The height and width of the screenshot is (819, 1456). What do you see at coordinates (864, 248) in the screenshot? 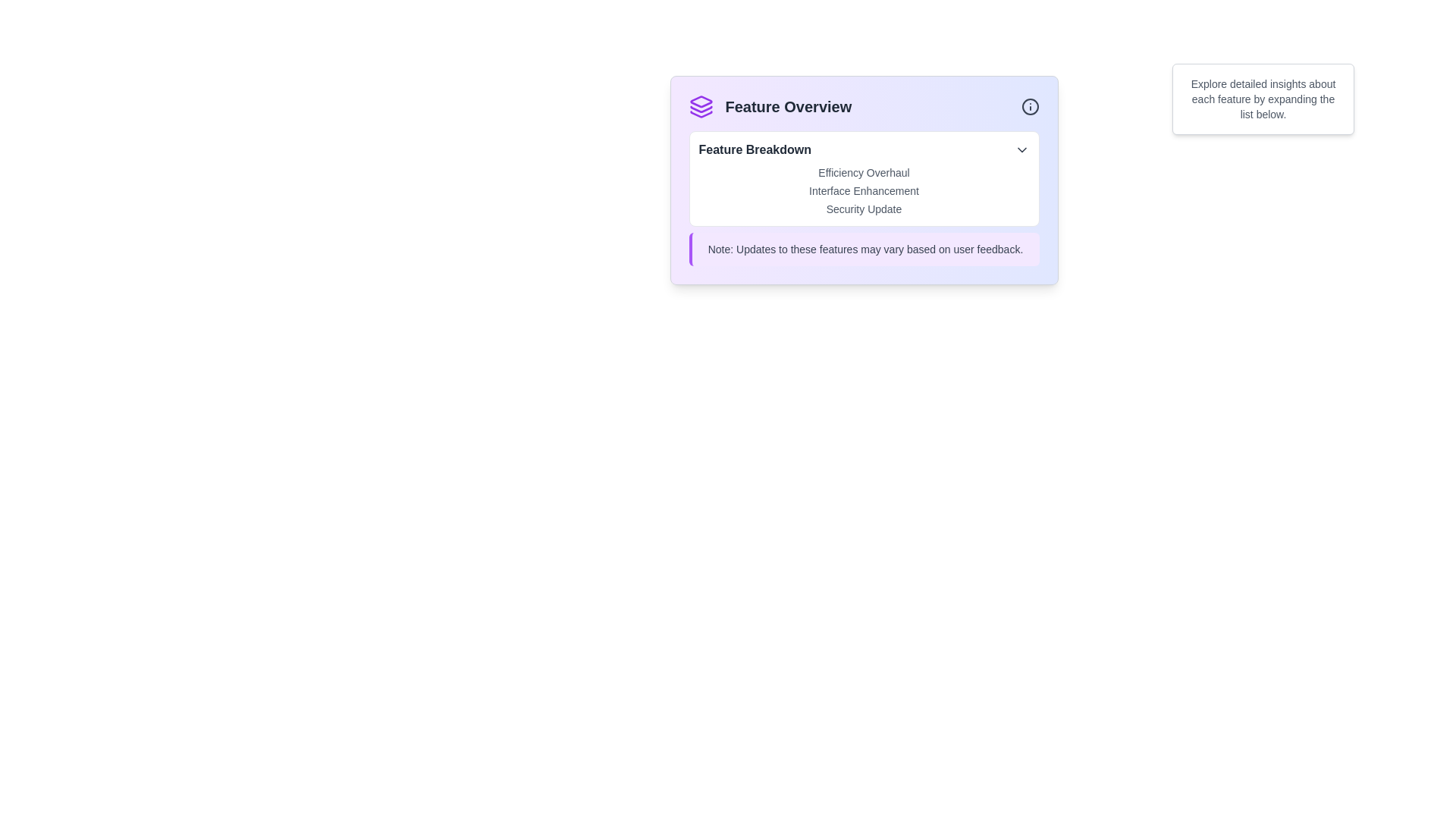
I see `the Informational note box with a light purple background and bold purple left border, containing the text 'Note: Updates to these features may vary based on user feedback.'` at bounding box center [864, 248].